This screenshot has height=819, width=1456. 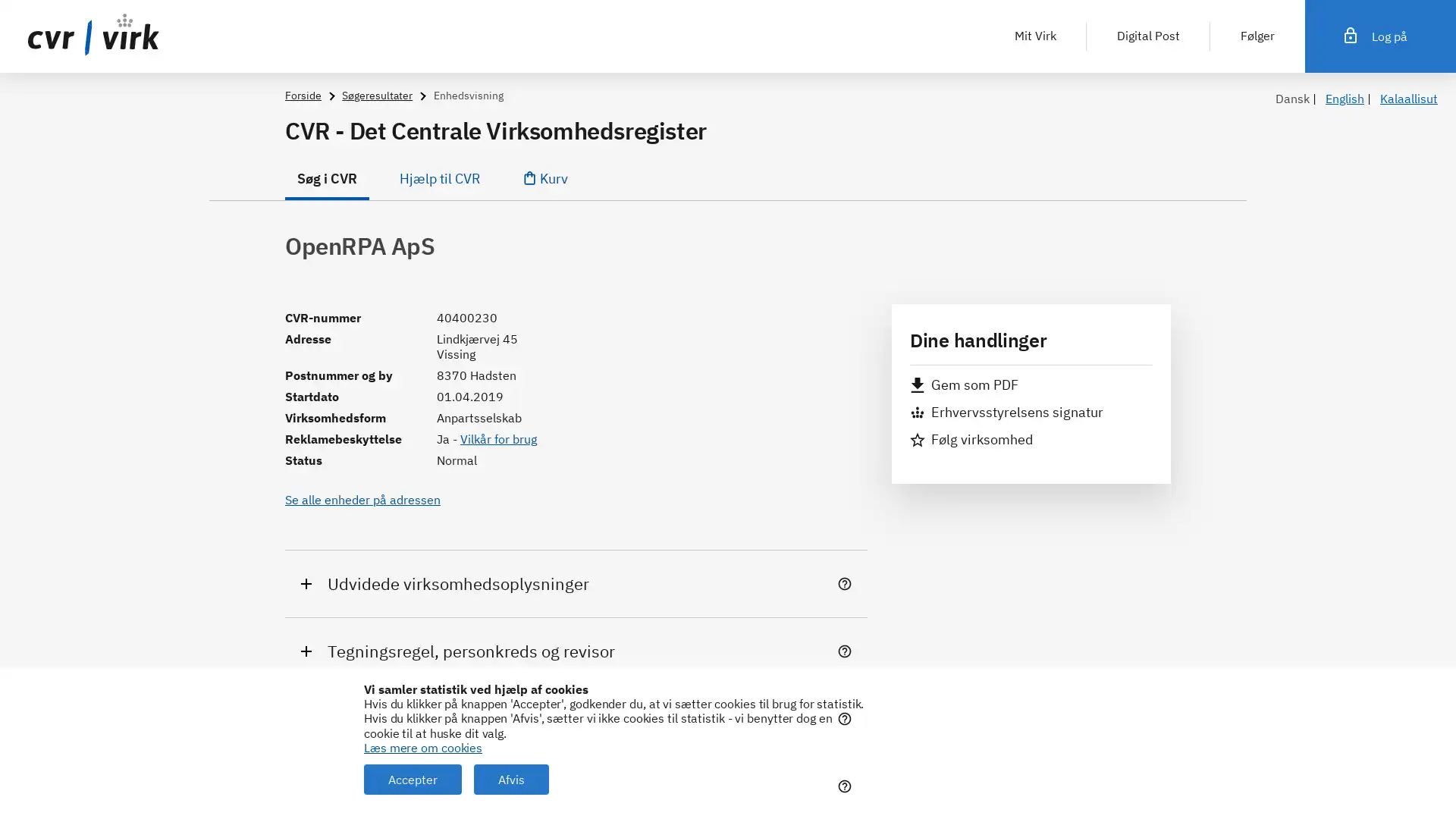 I want to click on Ls mere om Tegningsregel, personkreds og revisor, so click(x=847, y=651).